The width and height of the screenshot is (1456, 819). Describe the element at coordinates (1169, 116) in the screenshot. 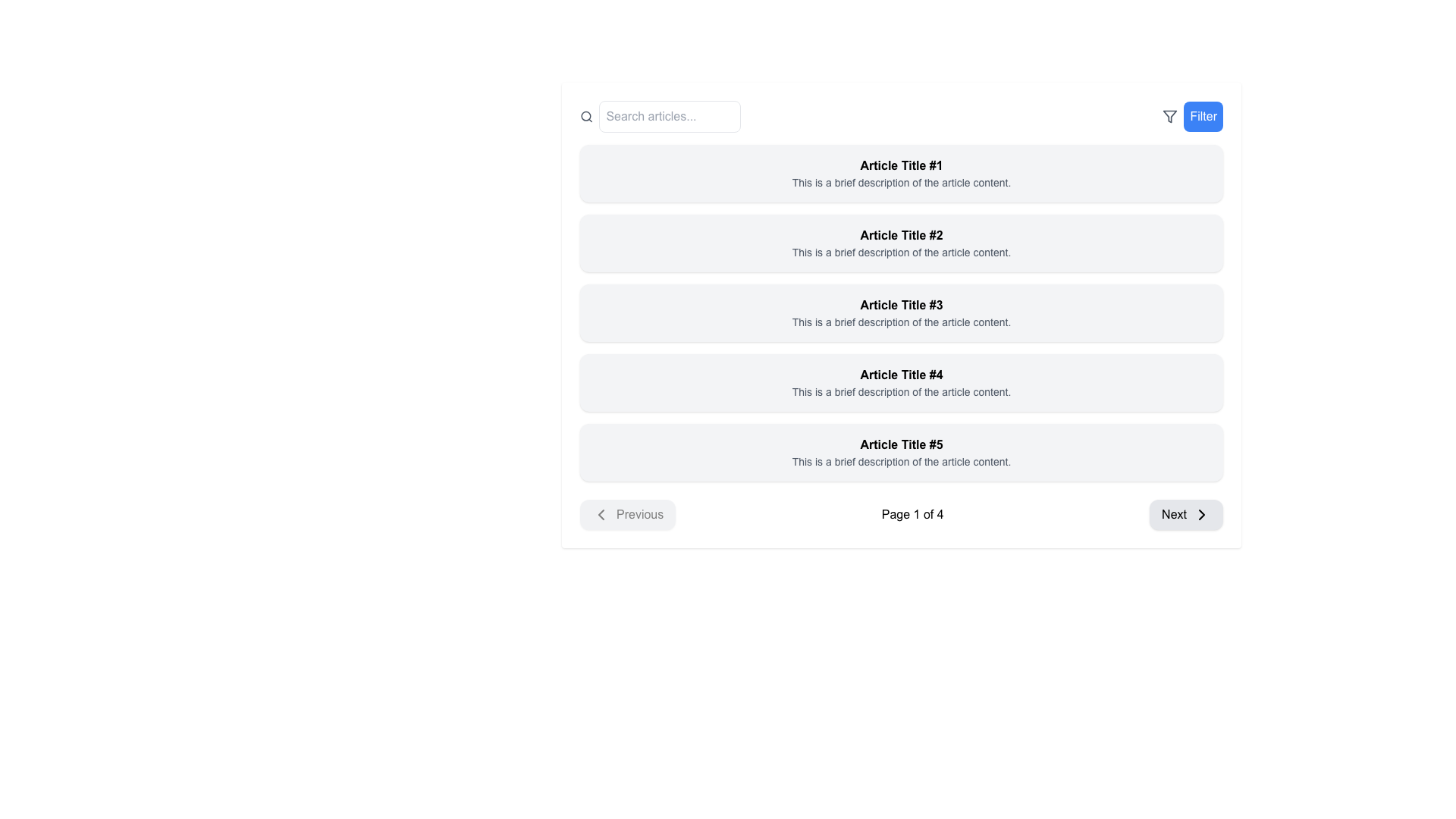

I see `the Decorative Icon, which is a small minimalist icon with a gray outline located in the top-right corner of the interface, preceding the 'Filter' button` at that location.